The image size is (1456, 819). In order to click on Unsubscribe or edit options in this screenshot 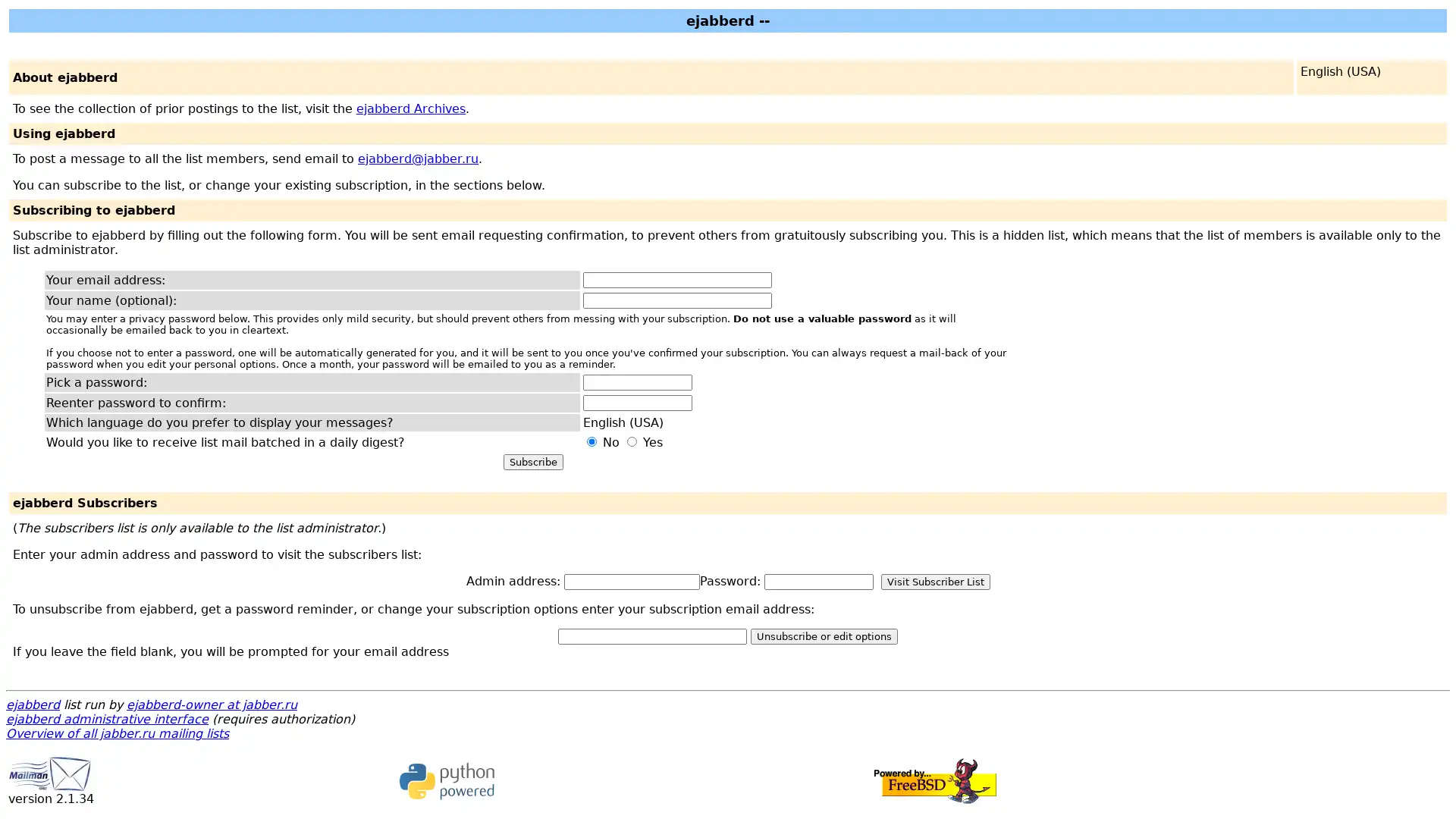, I will do `click(823, 636)`.